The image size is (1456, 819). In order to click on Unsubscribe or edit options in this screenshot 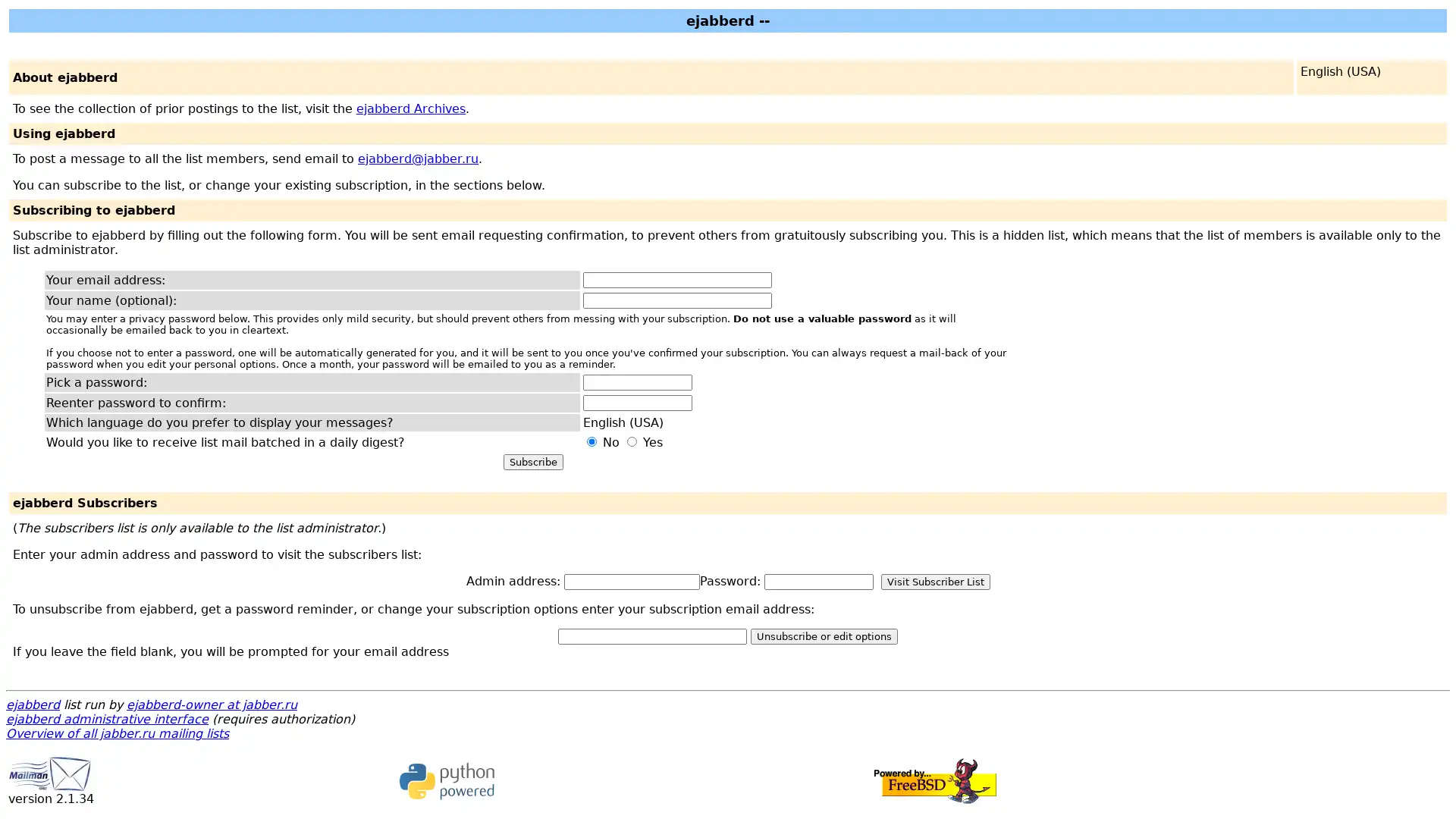, I will do `click(823, 636)`.